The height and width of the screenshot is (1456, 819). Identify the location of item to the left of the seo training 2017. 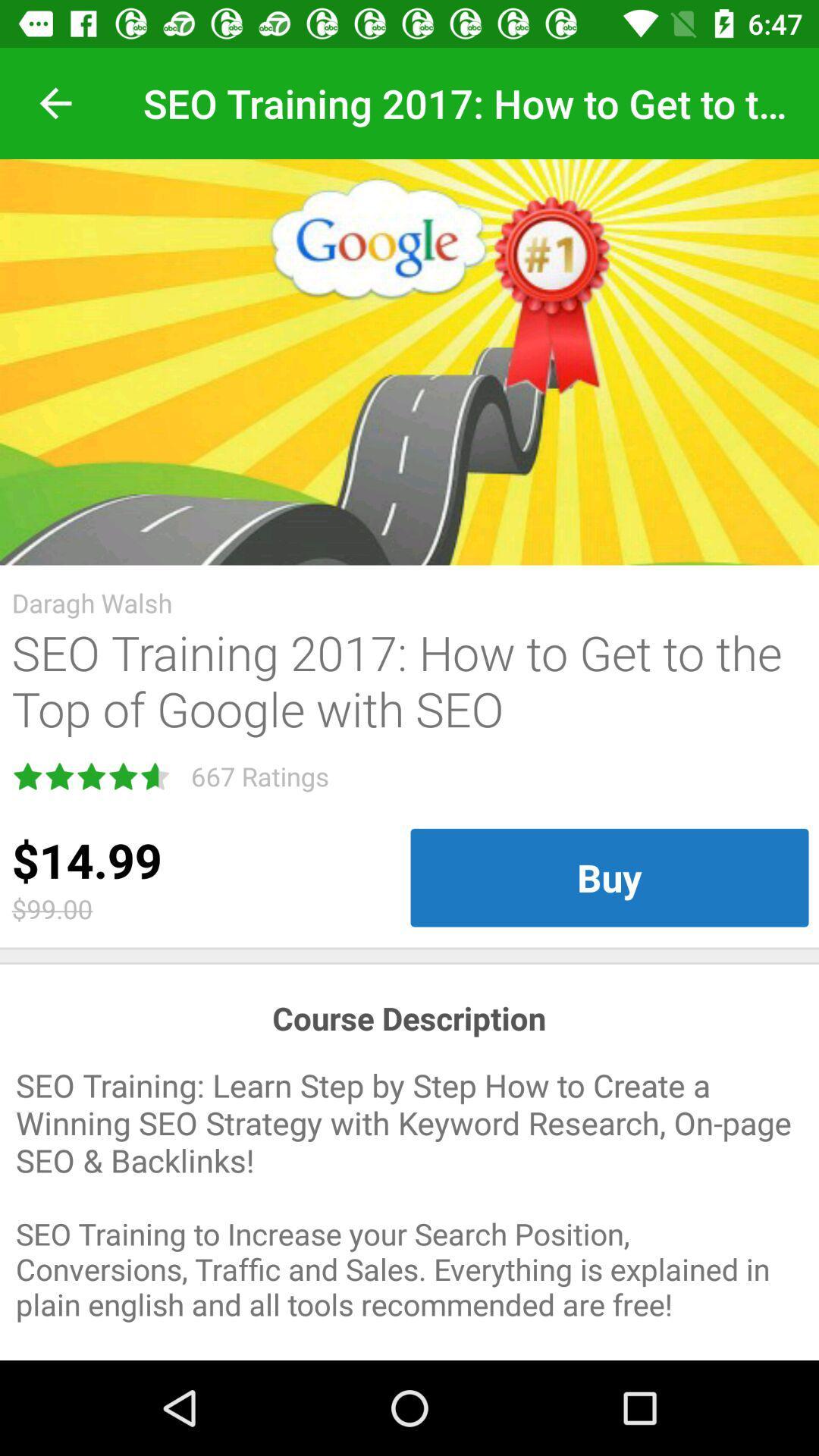
(55, 102).